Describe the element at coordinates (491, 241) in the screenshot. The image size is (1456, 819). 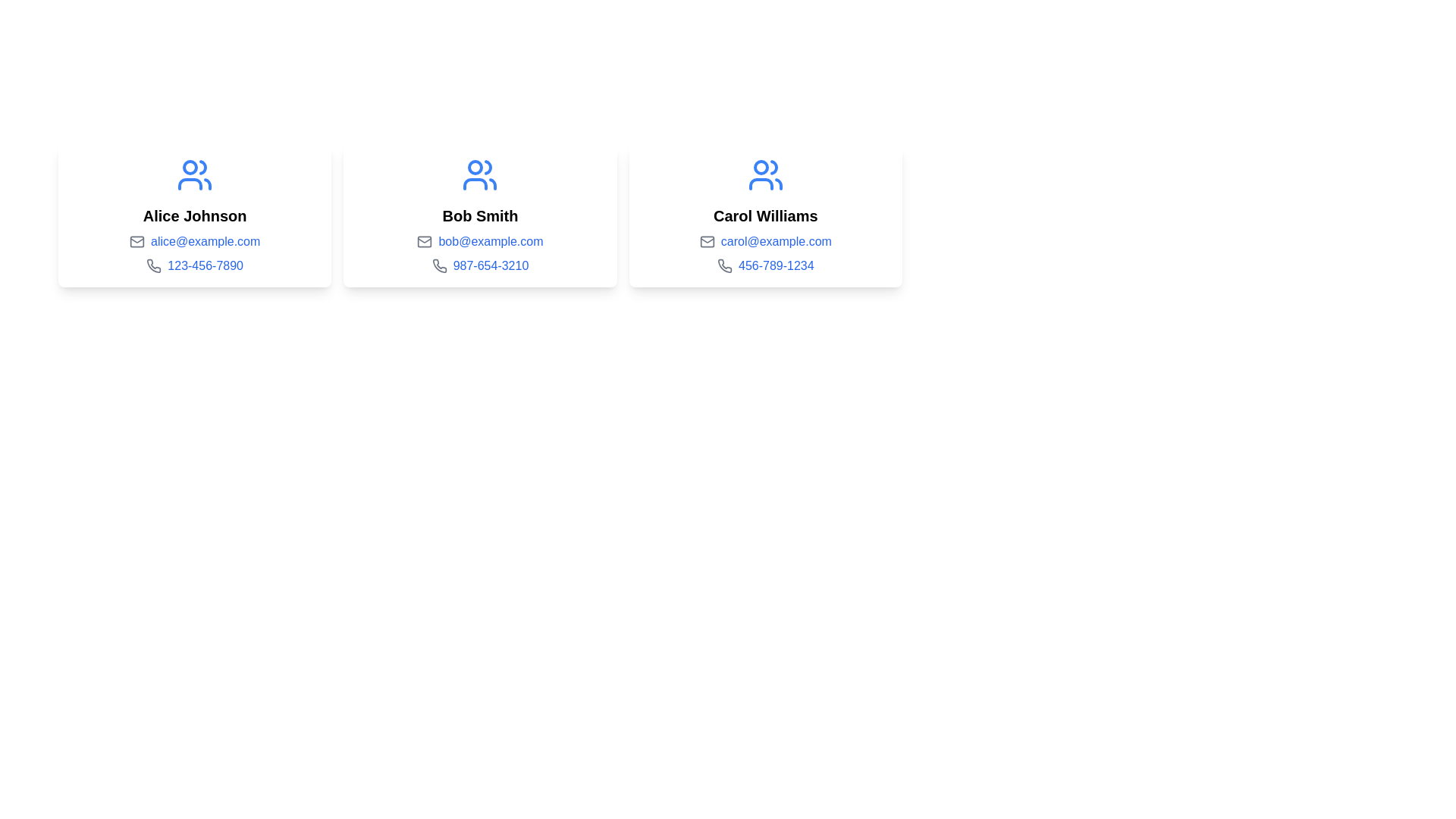
I see `the hyperlink that allows users to initiate an email client to compose an email to 'bob@example.com', located under 'Bob Smith' and next to an envelope icon` at that location.